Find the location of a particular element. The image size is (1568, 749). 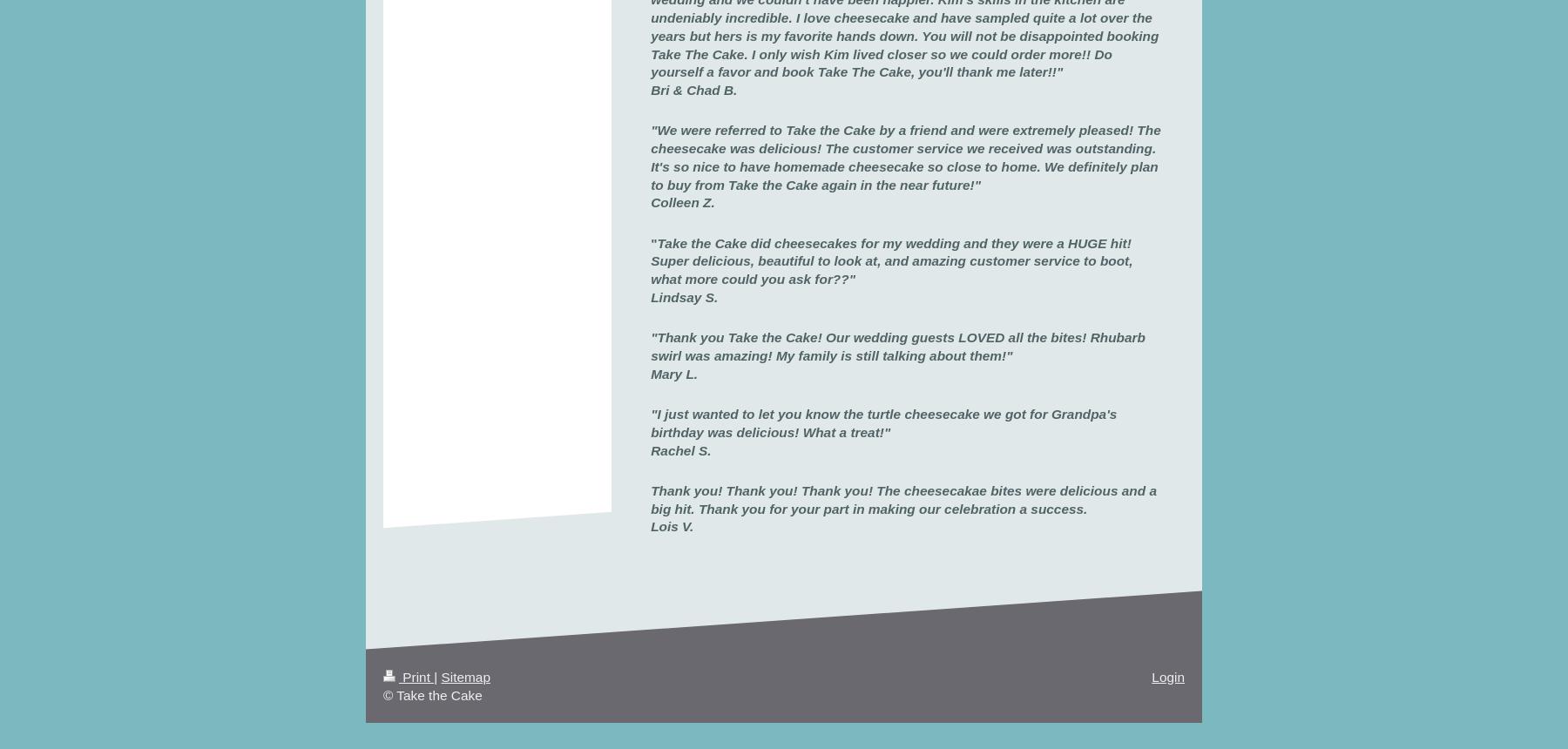

'Print' is located at coordinates (416, 676).